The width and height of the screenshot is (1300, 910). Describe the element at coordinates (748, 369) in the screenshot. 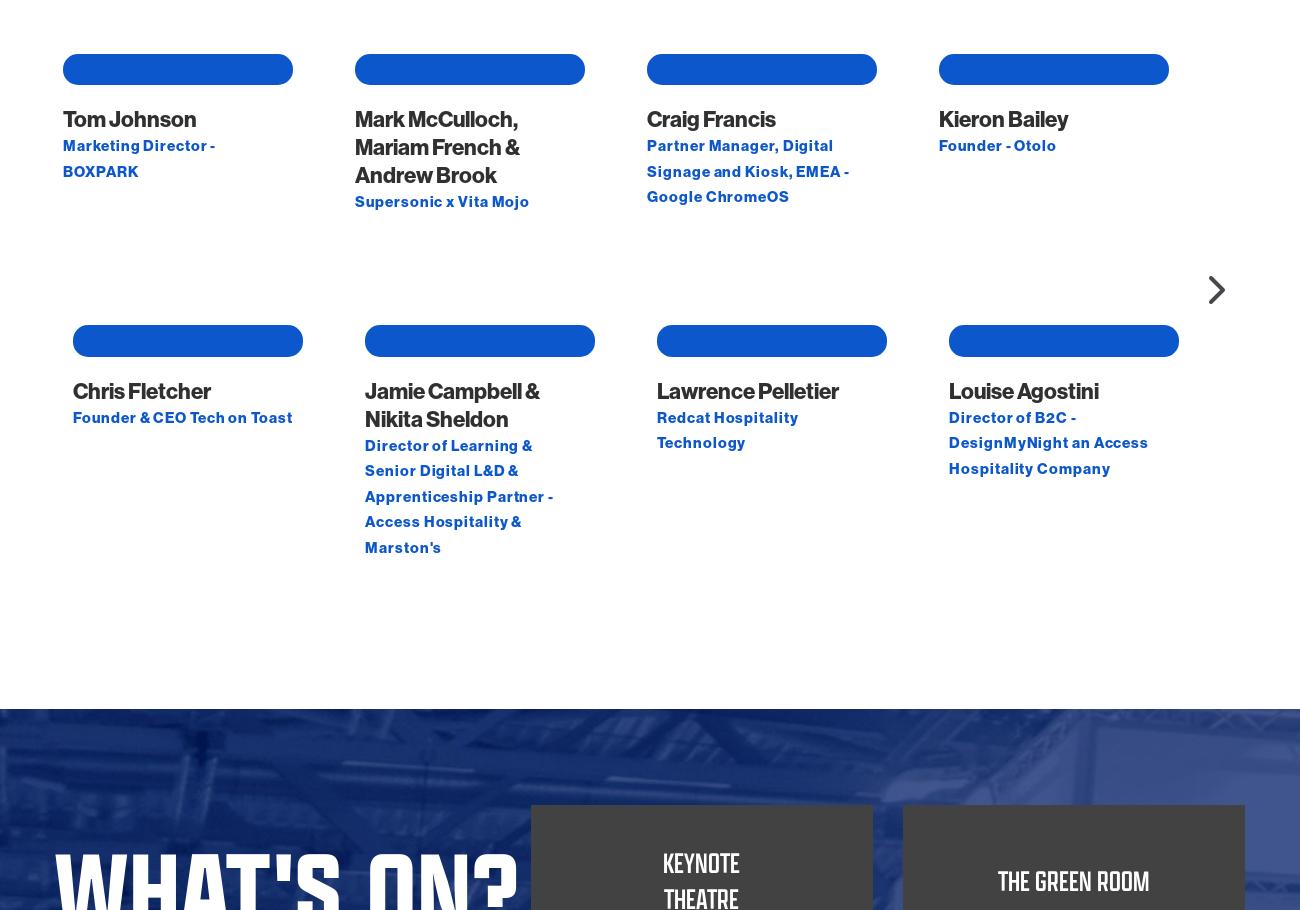

I see `'Partner Manager, Digital Signage and Kiosk, EMEA  - Google ChromeOS'` at that location.